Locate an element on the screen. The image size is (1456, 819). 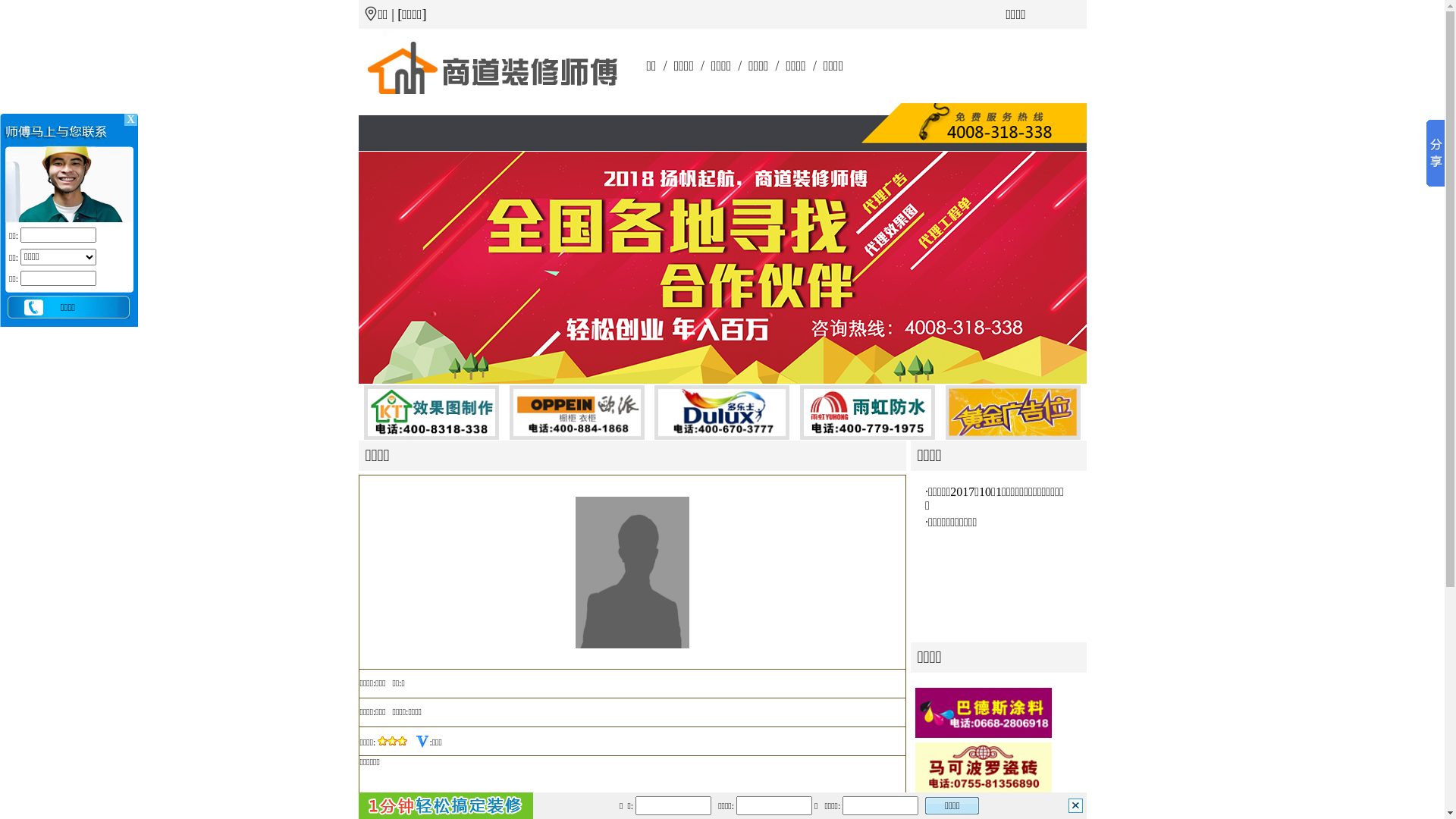
' X ' is located at coordinates (124, 119).